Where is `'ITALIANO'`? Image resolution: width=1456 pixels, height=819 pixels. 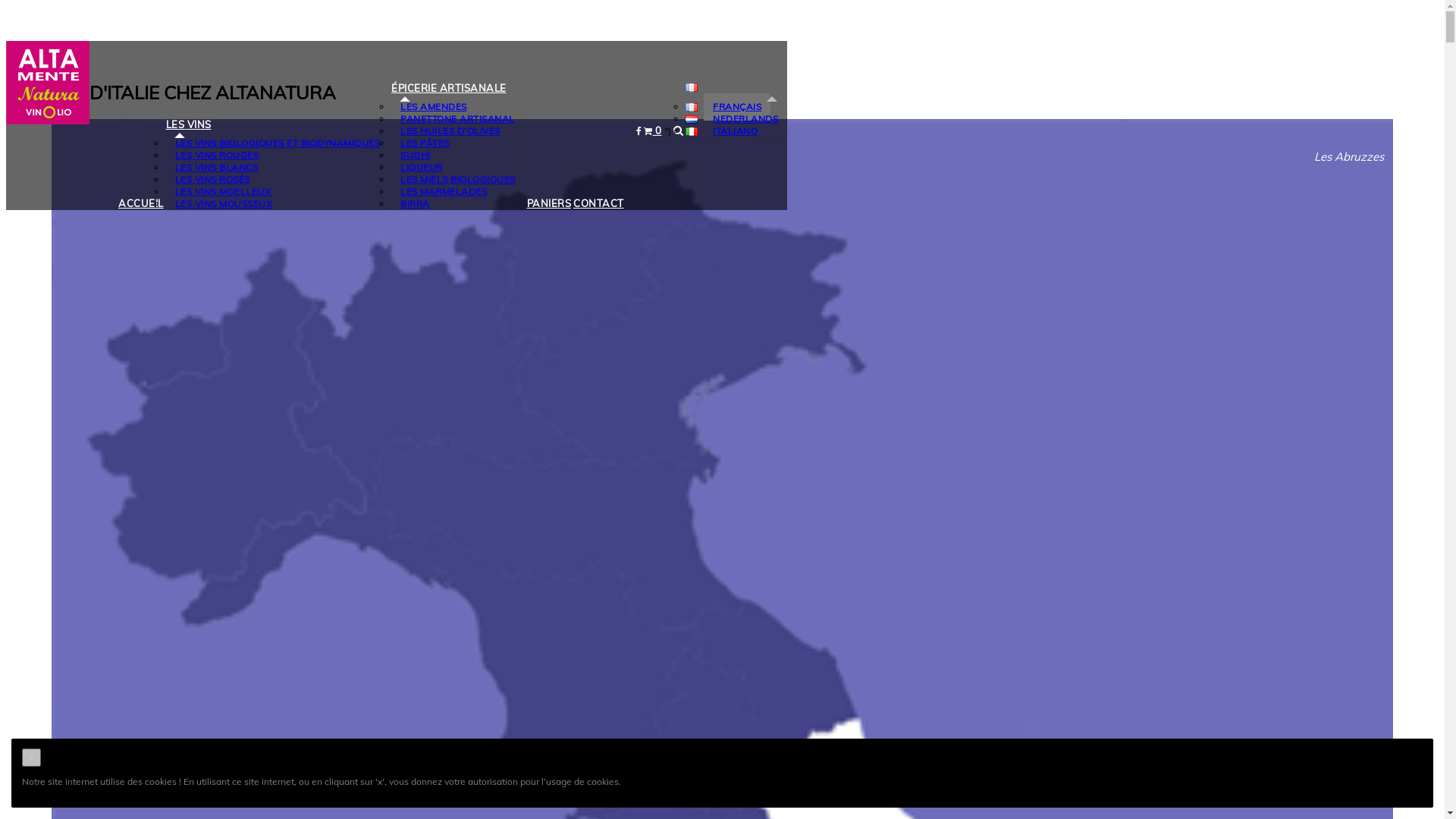 'ITALIANO' is located at coordinates (735, 130).